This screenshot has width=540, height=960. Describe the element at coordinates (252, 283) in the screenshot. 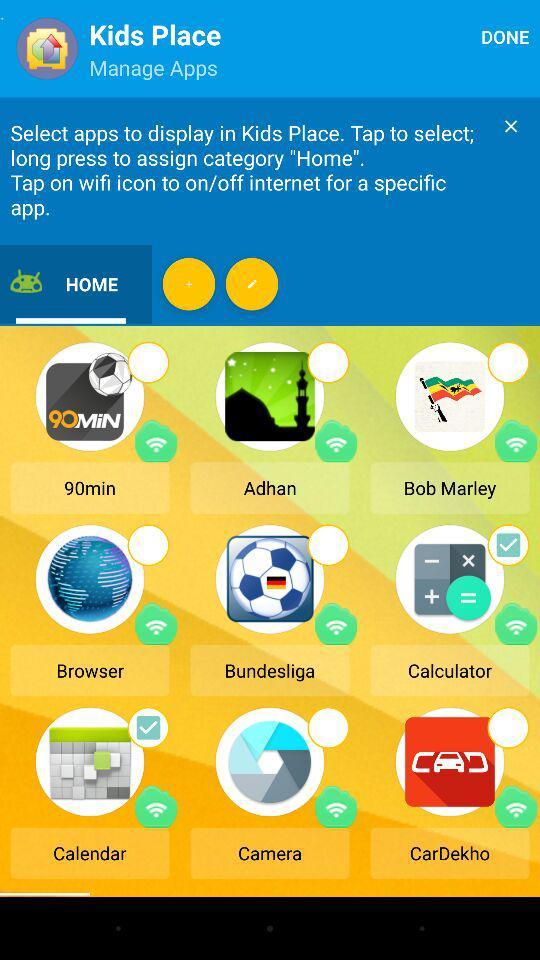

I see `more` at that location.